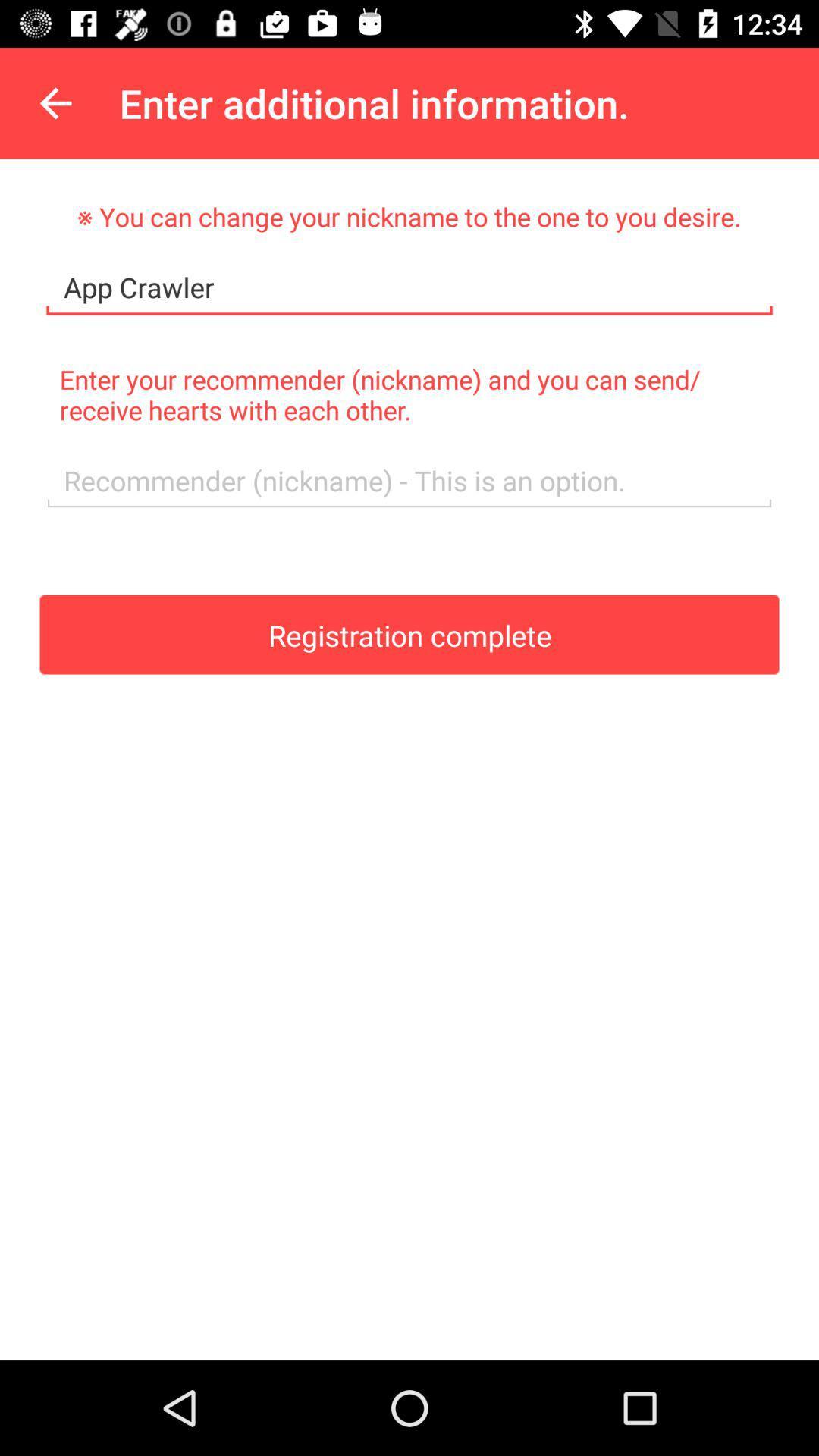  What do you see at coordinates (409, 480) in the screenshot?
I see `recommend someone` at bounding box center [409, 480].